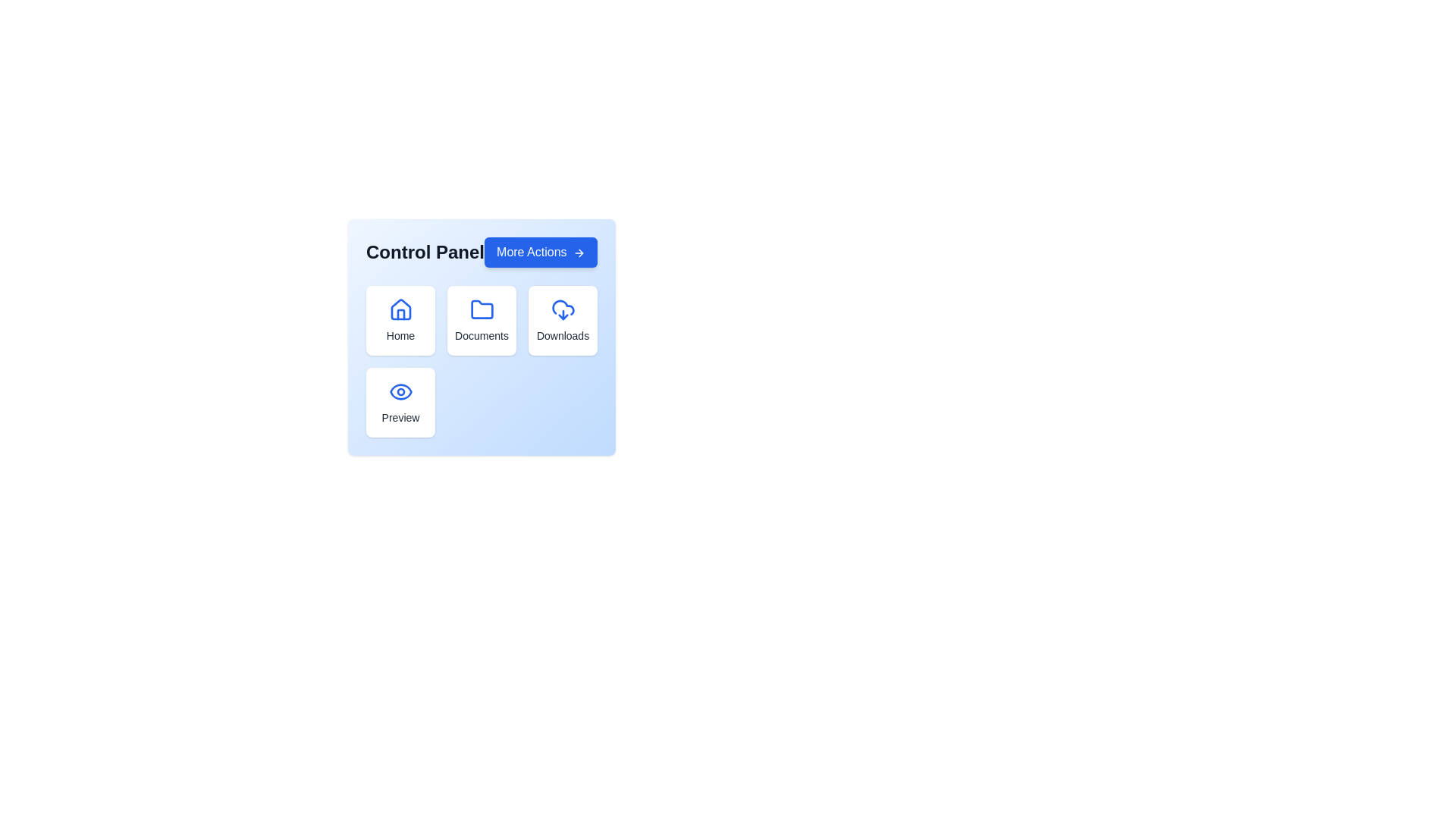 The image size is (1456, 819). What do you see at coordinates (400, 314) in the screenshot?
I see `the rectangular building outline vector shape nested inside the house icon located in the top left quadrant of the interface panel` at bounding box center [400, 314].